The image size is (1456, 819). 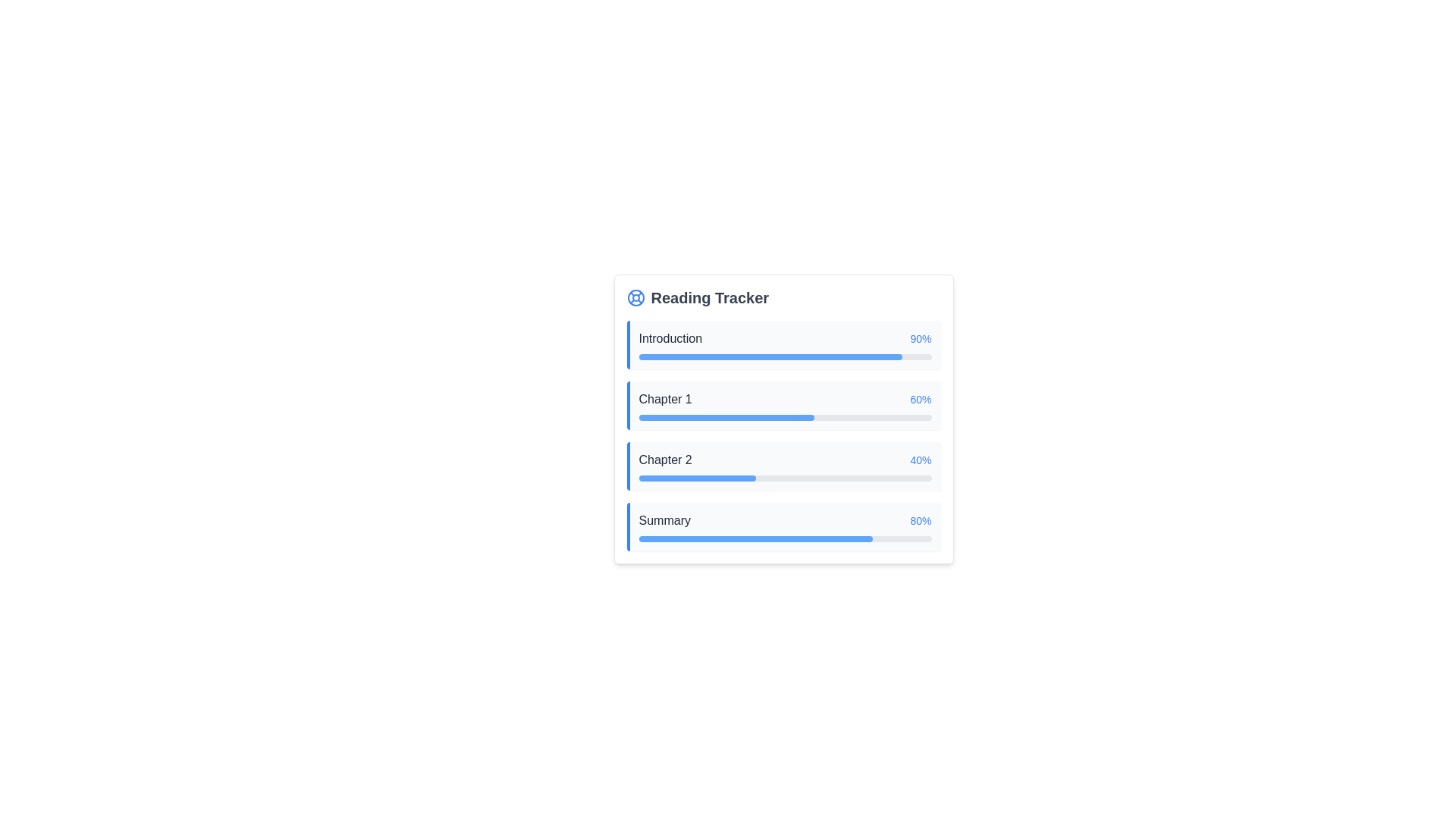 What do you see at coordinates (665, 459) in the screenshot?
I see `the chapter label in the third row of the 'Reading Tracker' widget, which is the leftmost element next to the '40%' progress indicator` at bounding box center [665, 459].